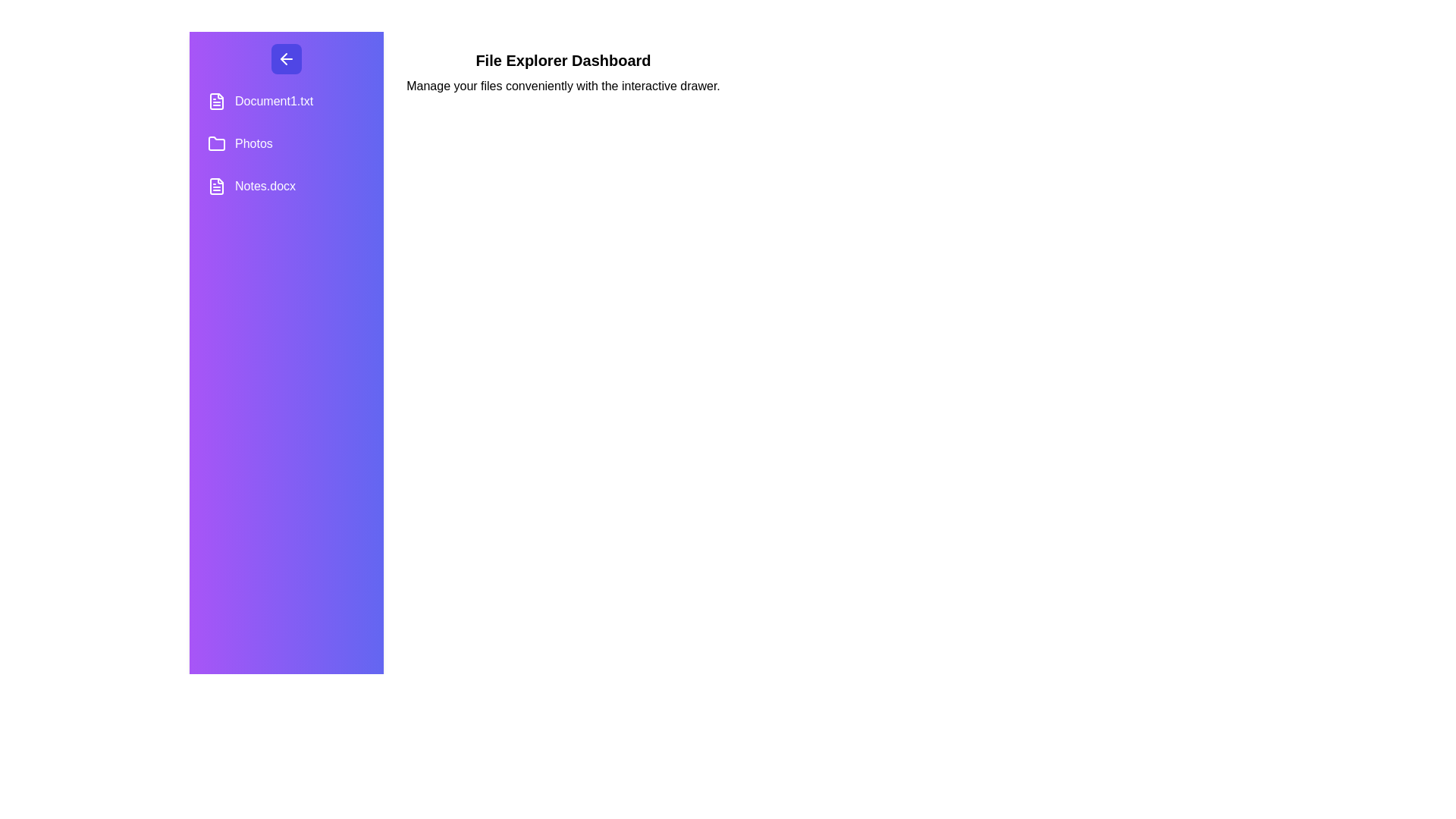 The height and width of the screenshot is (819, 1456). What do you see at coordinates (287, 186) in the screenshot?
I see `the file or folder named Notes.docx` at bounding box center [287, 186].